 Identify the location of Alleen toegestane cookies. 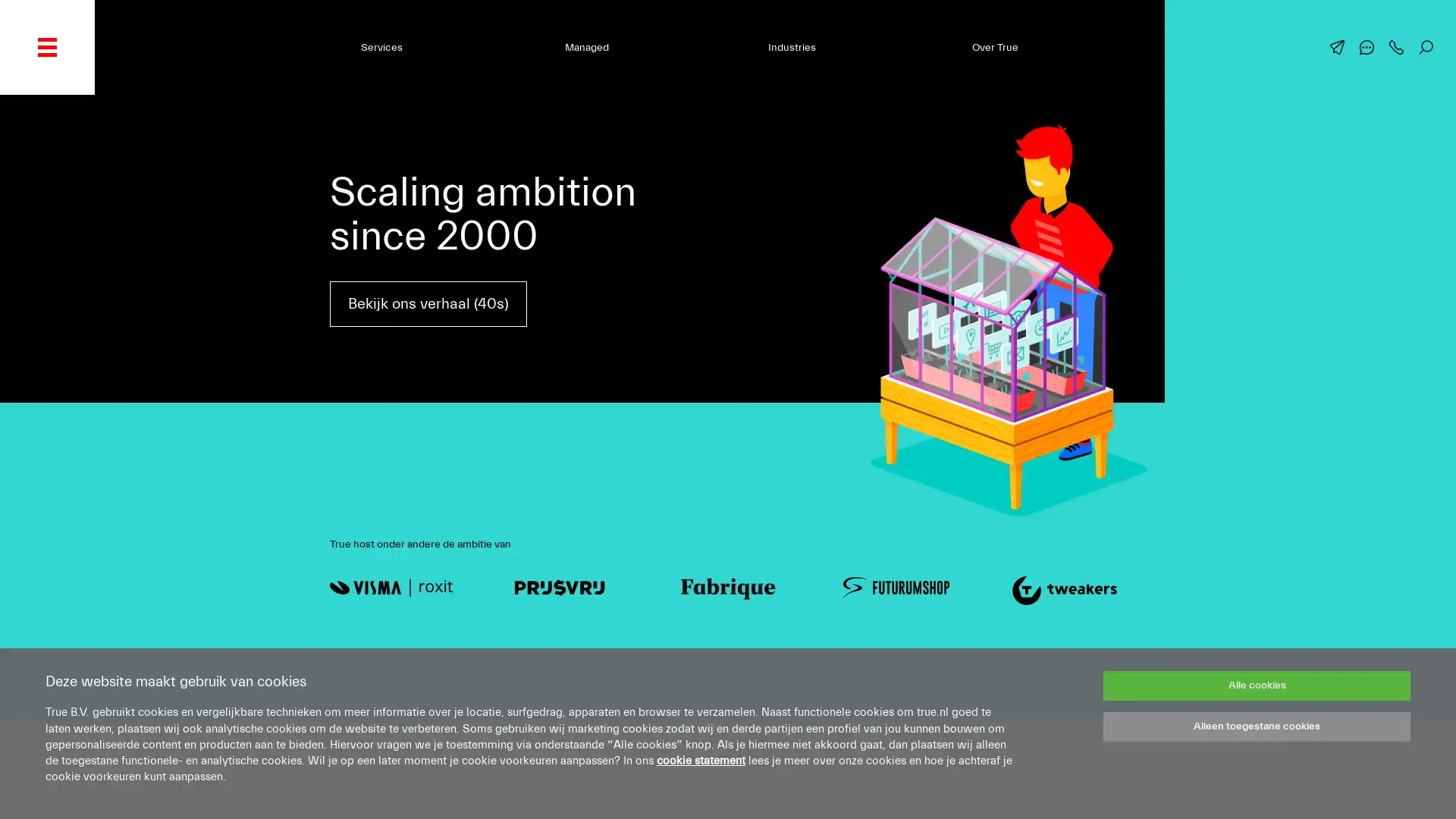
(1257, 719).